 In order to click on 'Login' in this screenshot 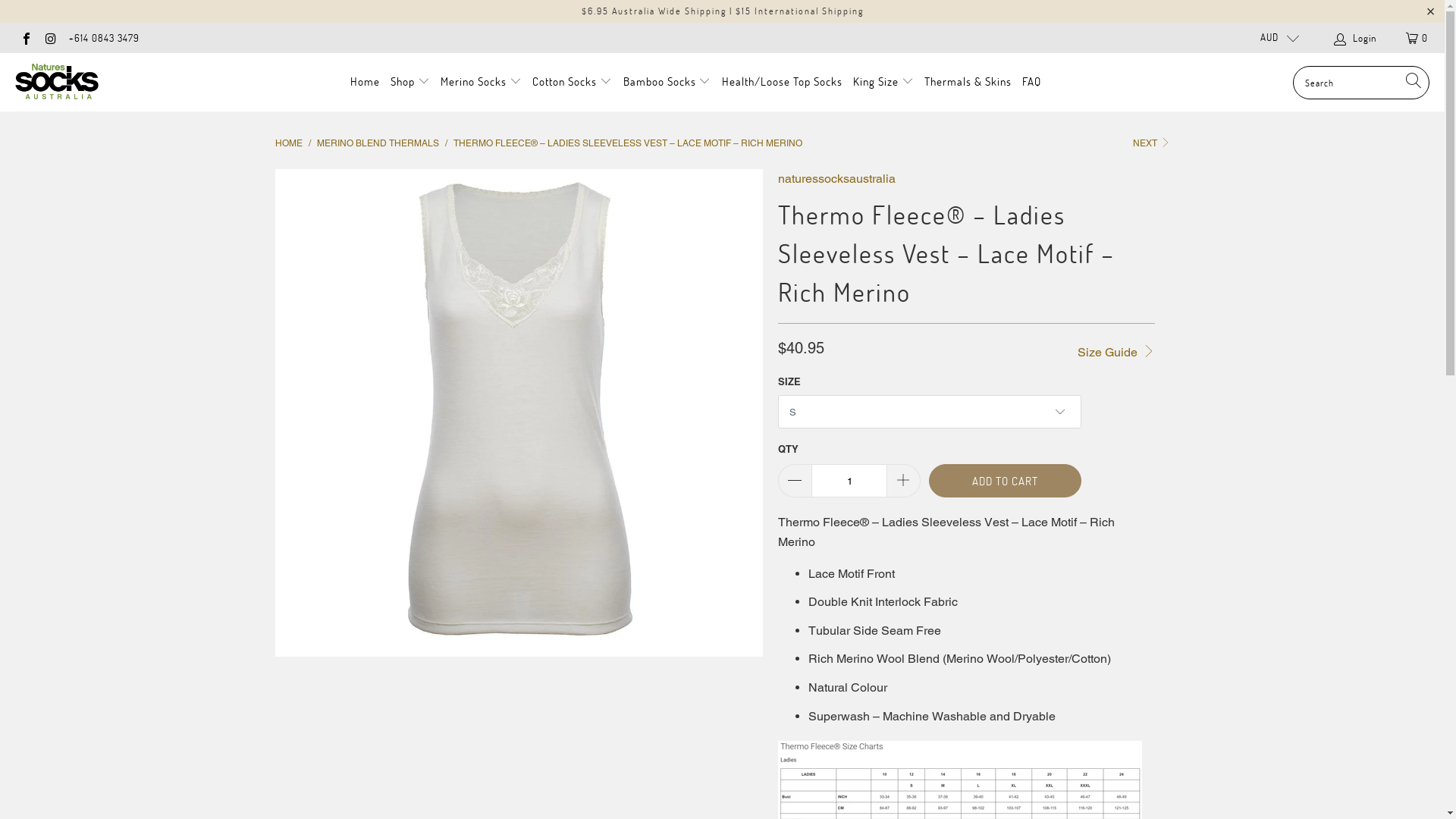, I will do `click(1356, 37)`.